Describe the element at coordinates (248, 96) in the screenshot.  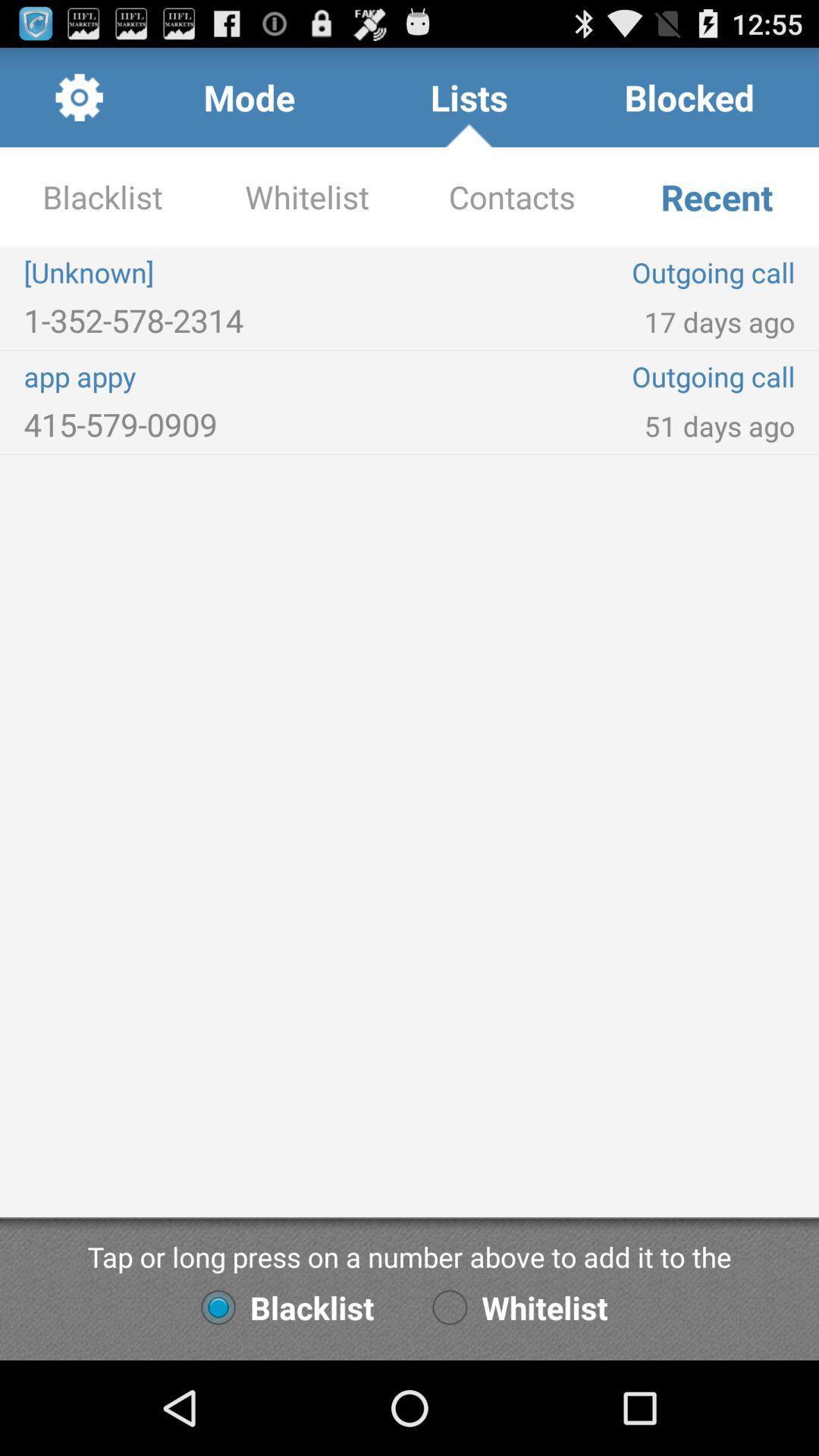
I see `app next to lists item` at that location.